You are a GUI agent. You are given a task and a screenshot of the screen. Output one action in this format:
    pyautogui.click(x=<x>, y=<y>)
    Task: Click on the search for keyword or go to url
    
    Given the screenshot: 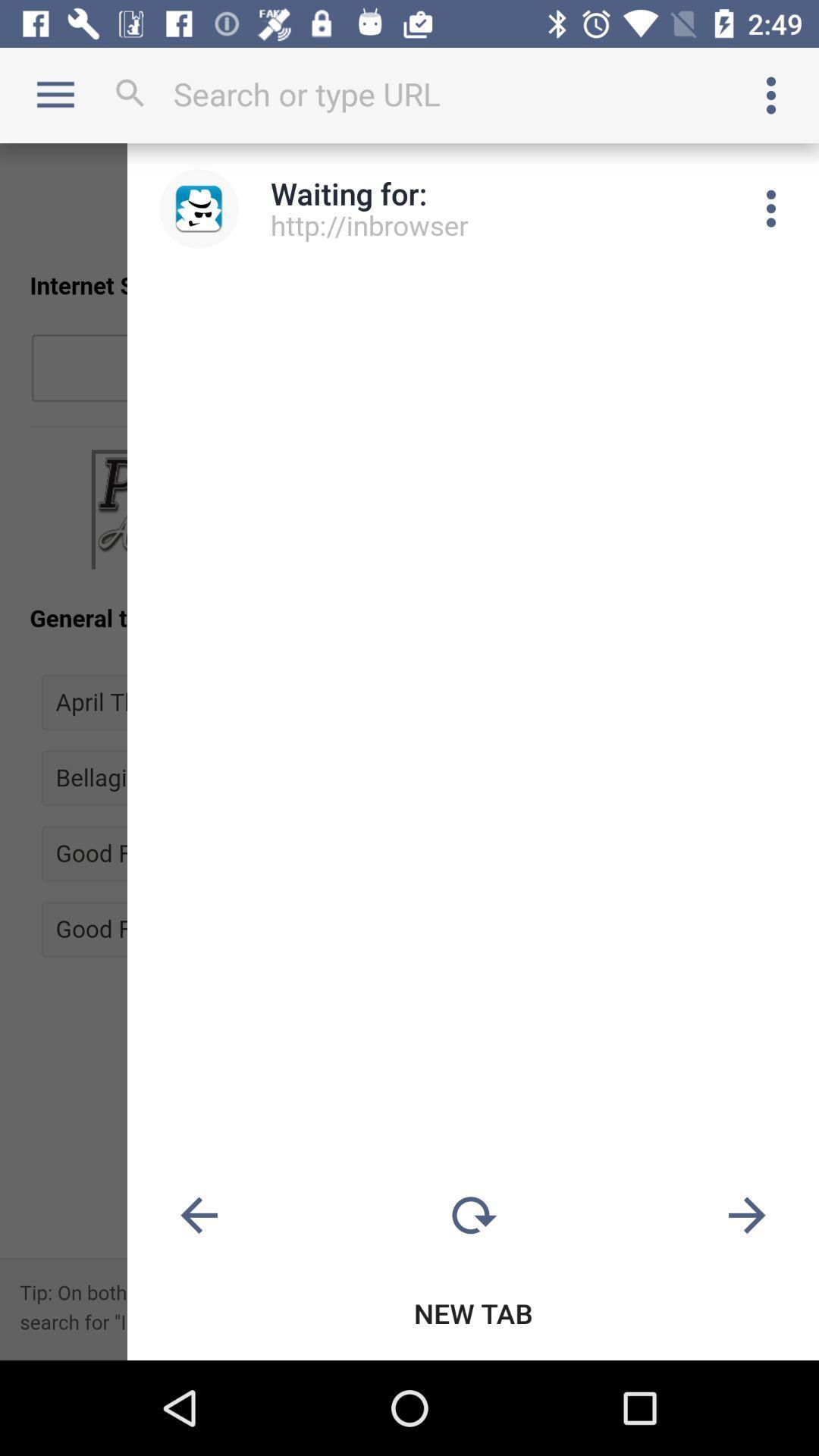 What is the action you would take?
    pyautogui.click(x=409, y=93)
    